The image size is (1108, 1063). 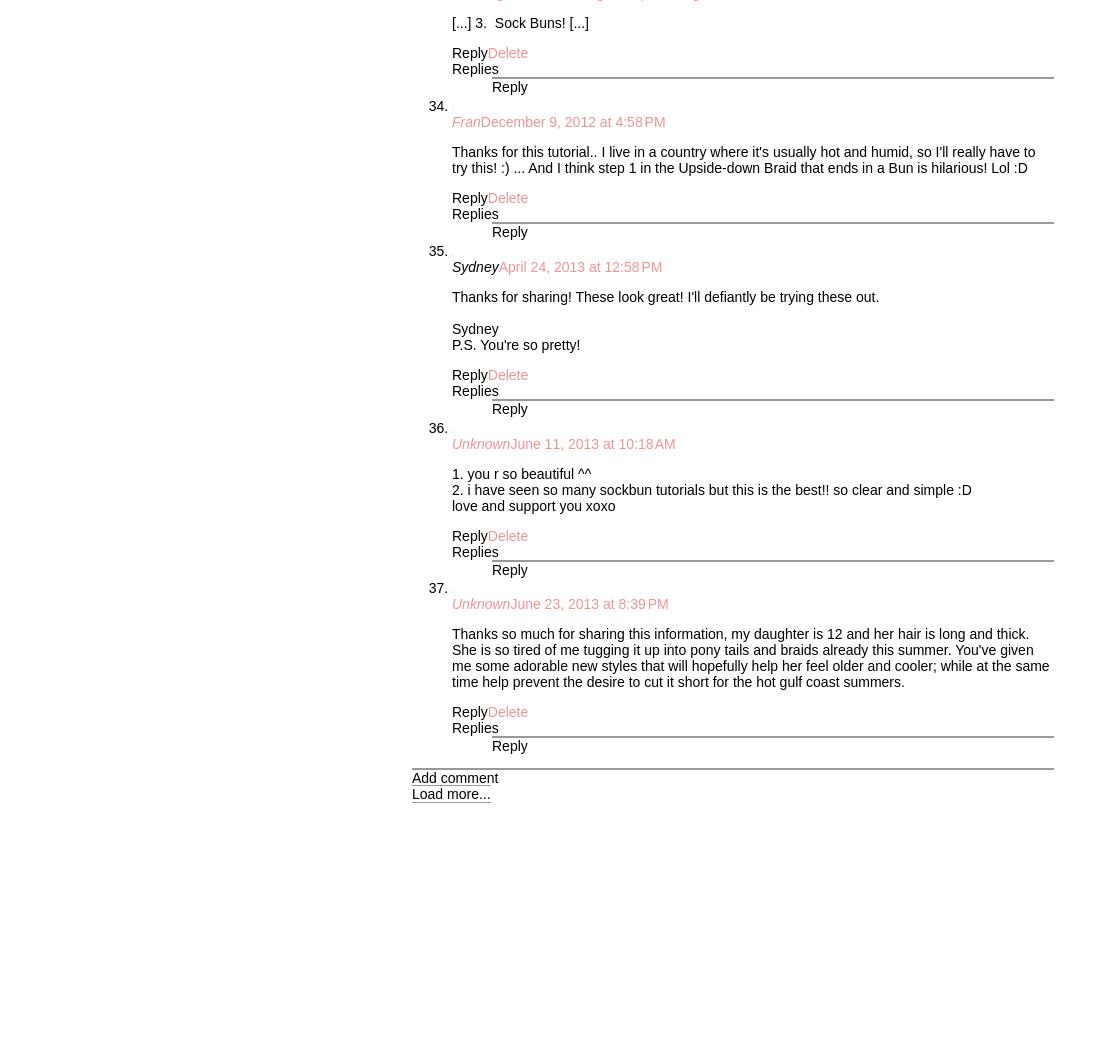 I want to click on 'June 23, 2013 at 8:39 PM', so click(x=589, y=602).